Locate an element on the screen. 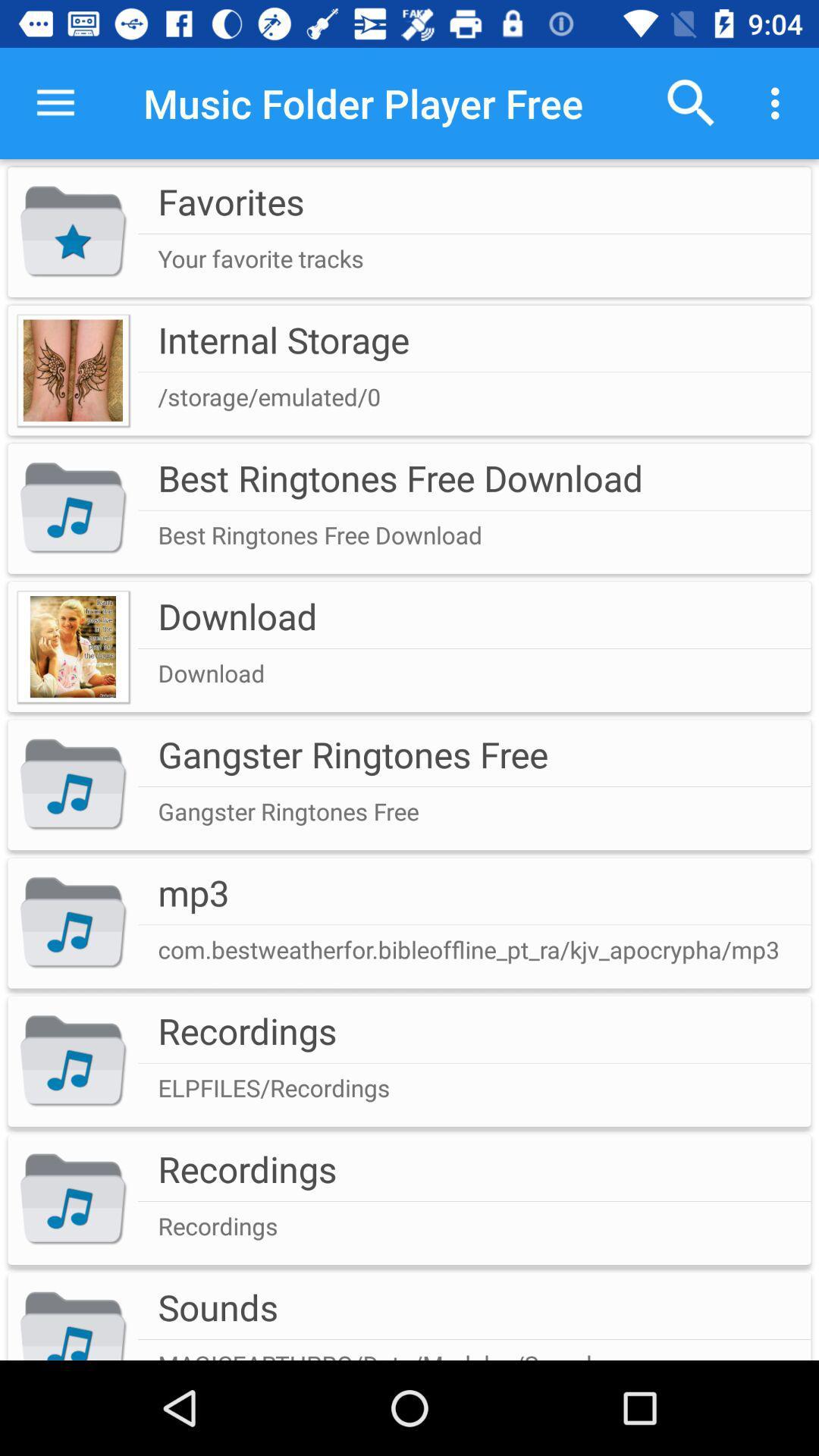  music icon which is beside the best ringtones free download text is located at coordinates (73, 509).